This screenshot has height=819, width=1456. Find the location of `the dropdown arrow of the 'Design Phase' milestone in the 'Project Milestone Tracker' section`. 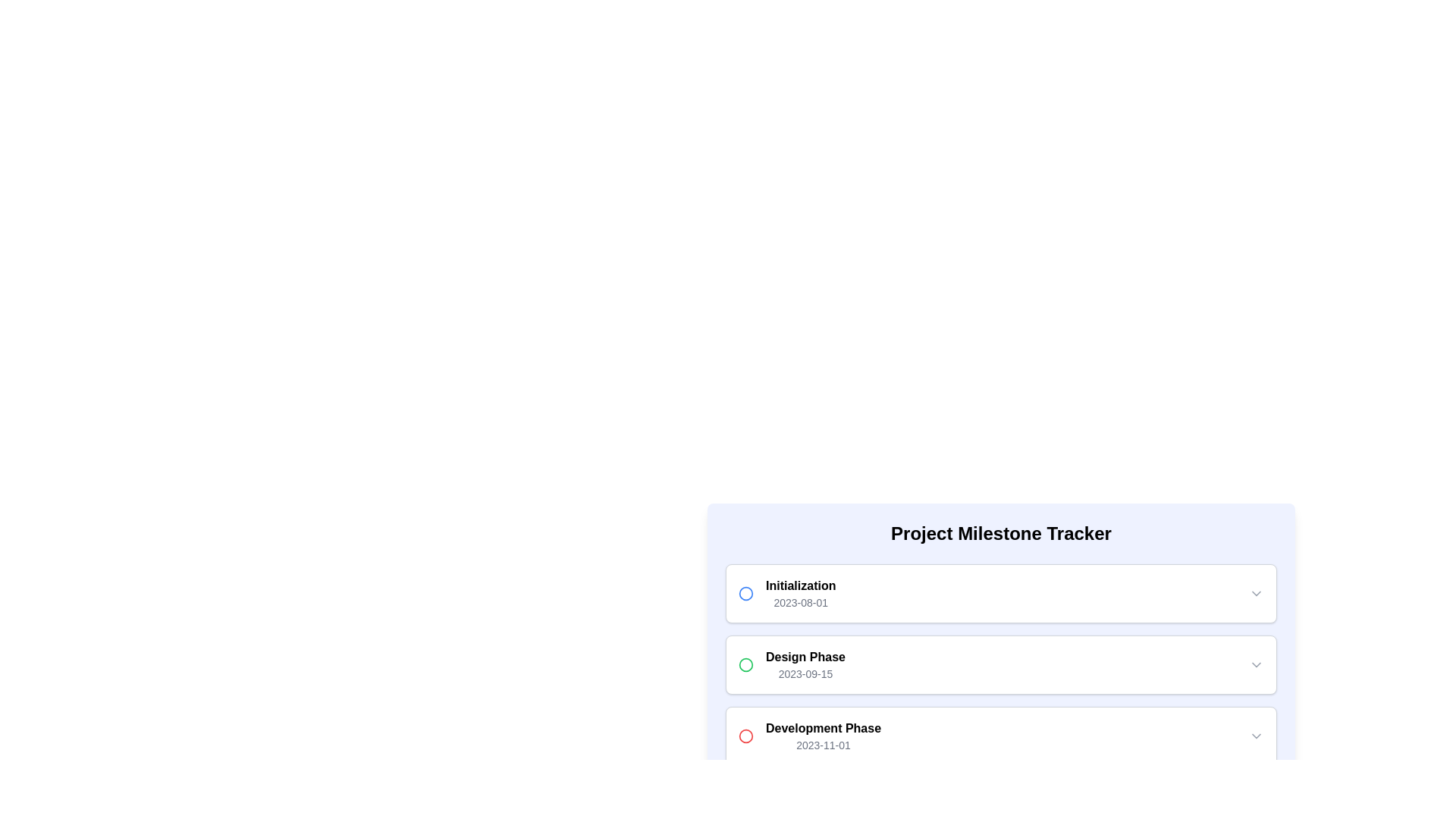

the dropdown arrow of the 'Design Phase' milestone in the 'Project Milestone Tracker' section is located at coordinates (1001, 664).